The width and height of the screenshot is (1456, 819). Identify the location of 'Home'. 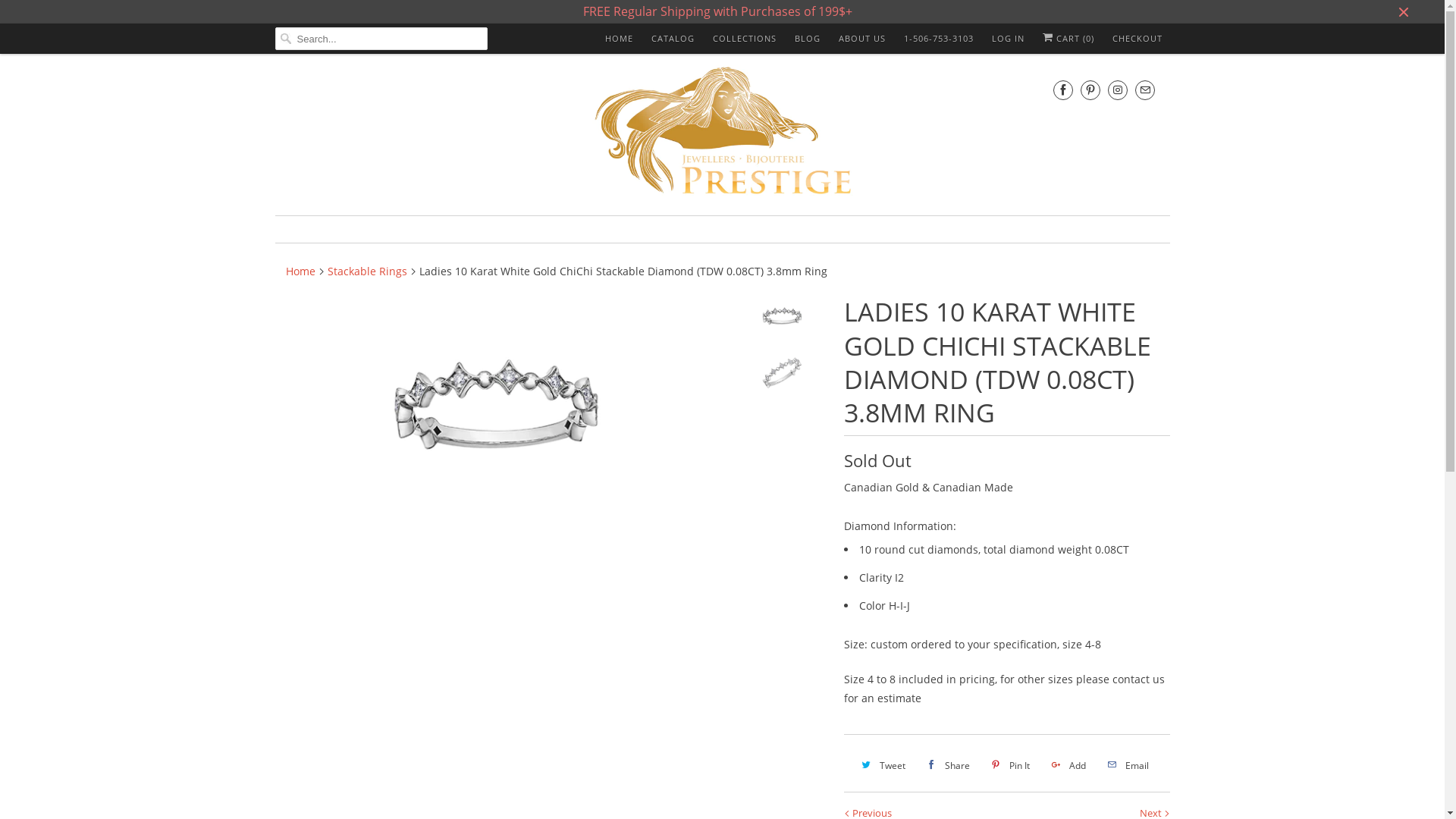
(300, 270).